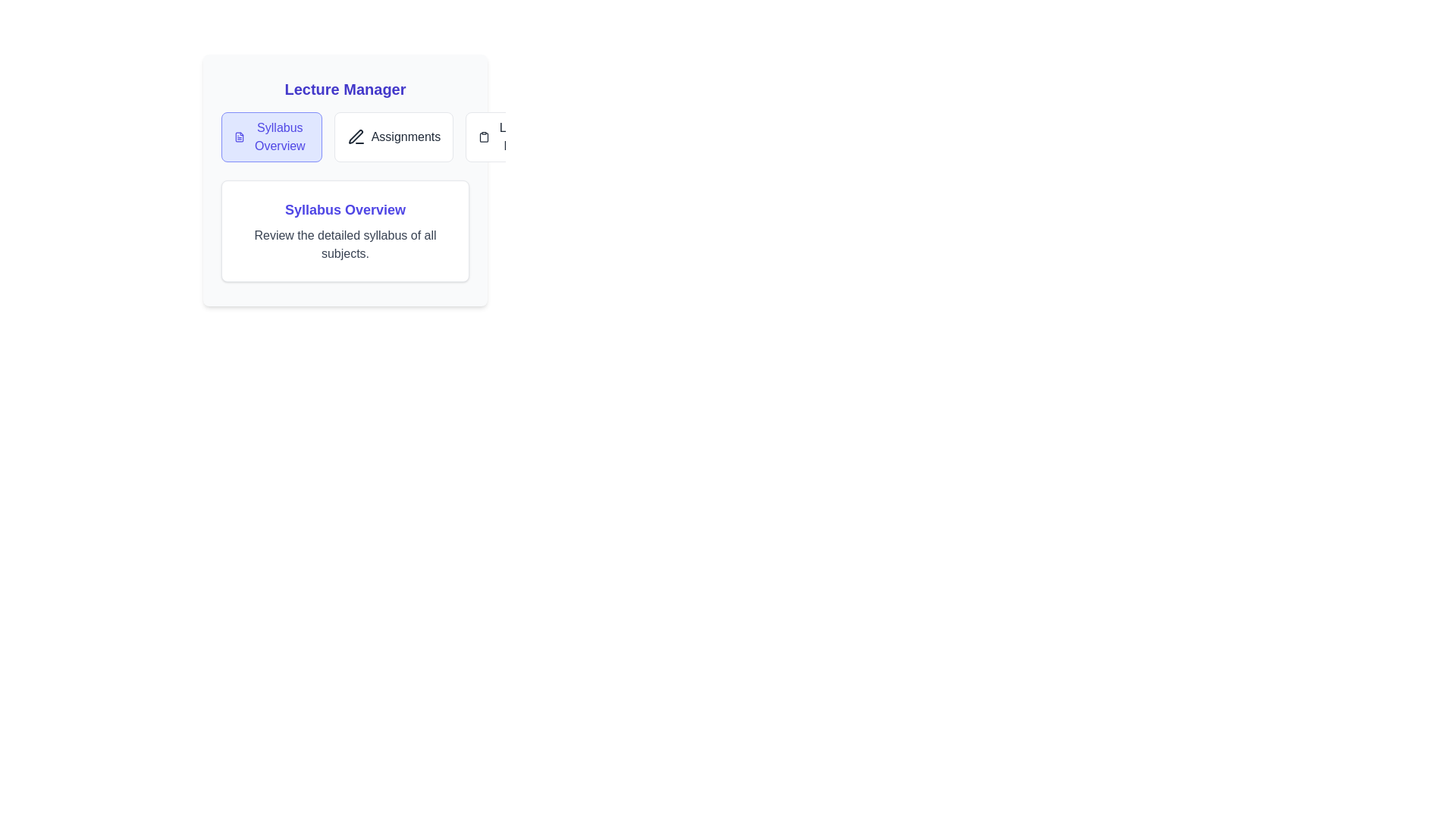 The height and width of the screenshot is (819, 1456). What do you see at coordinates (344, 210) in the screenshot?
I see `the Text or Header element located at the top of the white card` at bounding box center [344, 210].